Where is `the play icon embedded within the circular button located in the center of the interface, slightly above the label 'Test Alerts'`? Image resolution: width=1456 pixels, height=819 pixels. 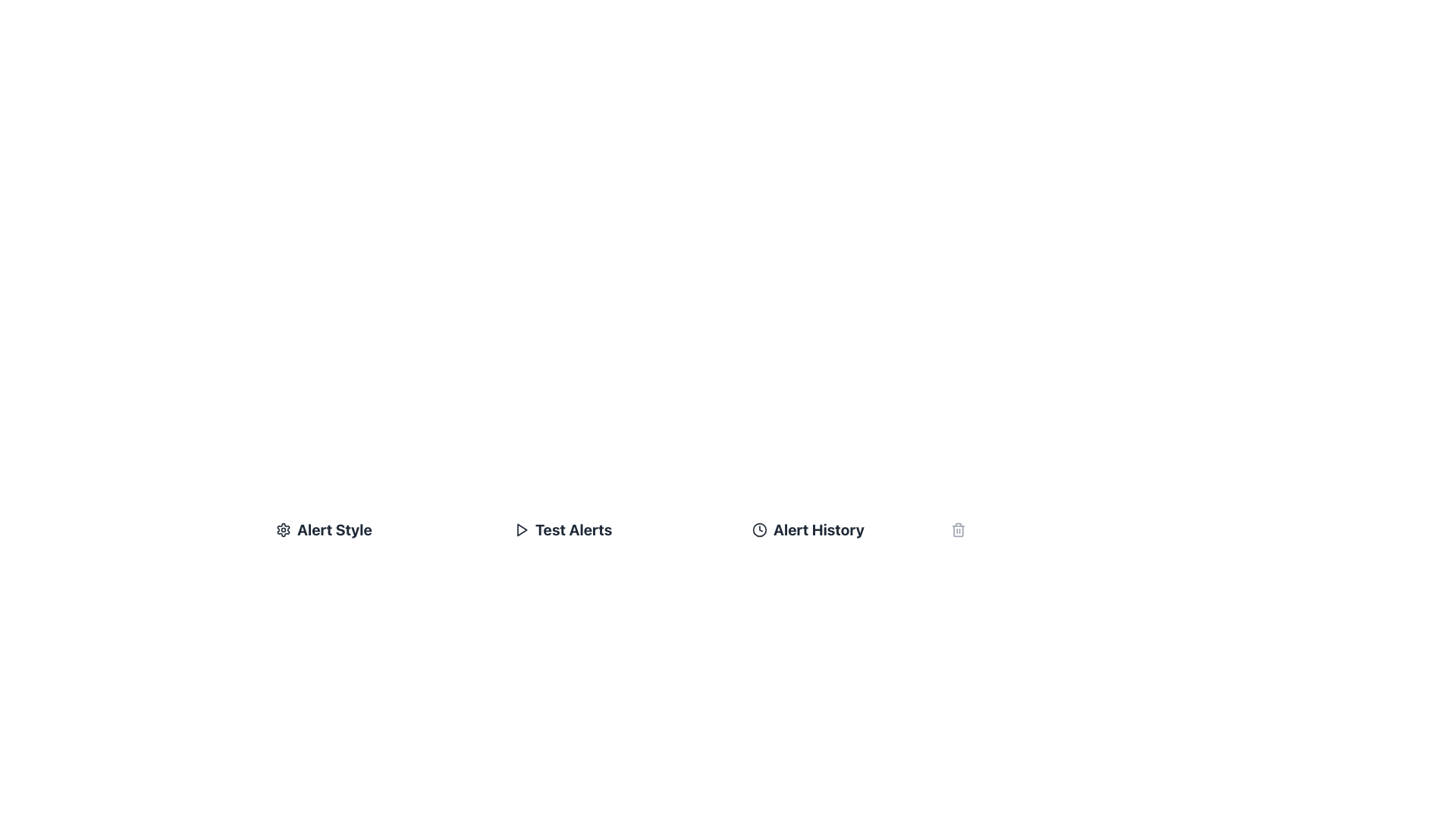 the play icon embedded within the circular button located in the center of the interface, slightly above the label 'Test Alerts' is located at coordinates (522, 529).